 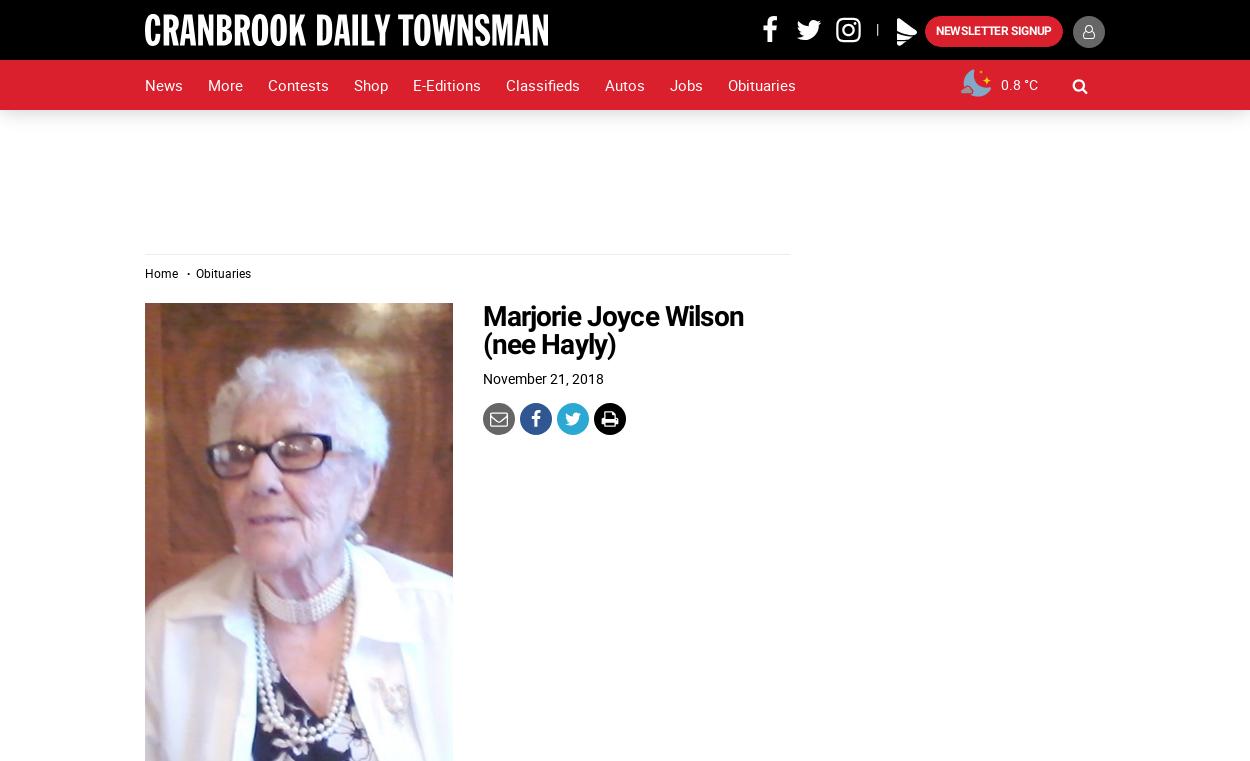 What do you see at coordinates (224, 85) in the screenshot?
I see `'More'` at bounding box center [224, 85].